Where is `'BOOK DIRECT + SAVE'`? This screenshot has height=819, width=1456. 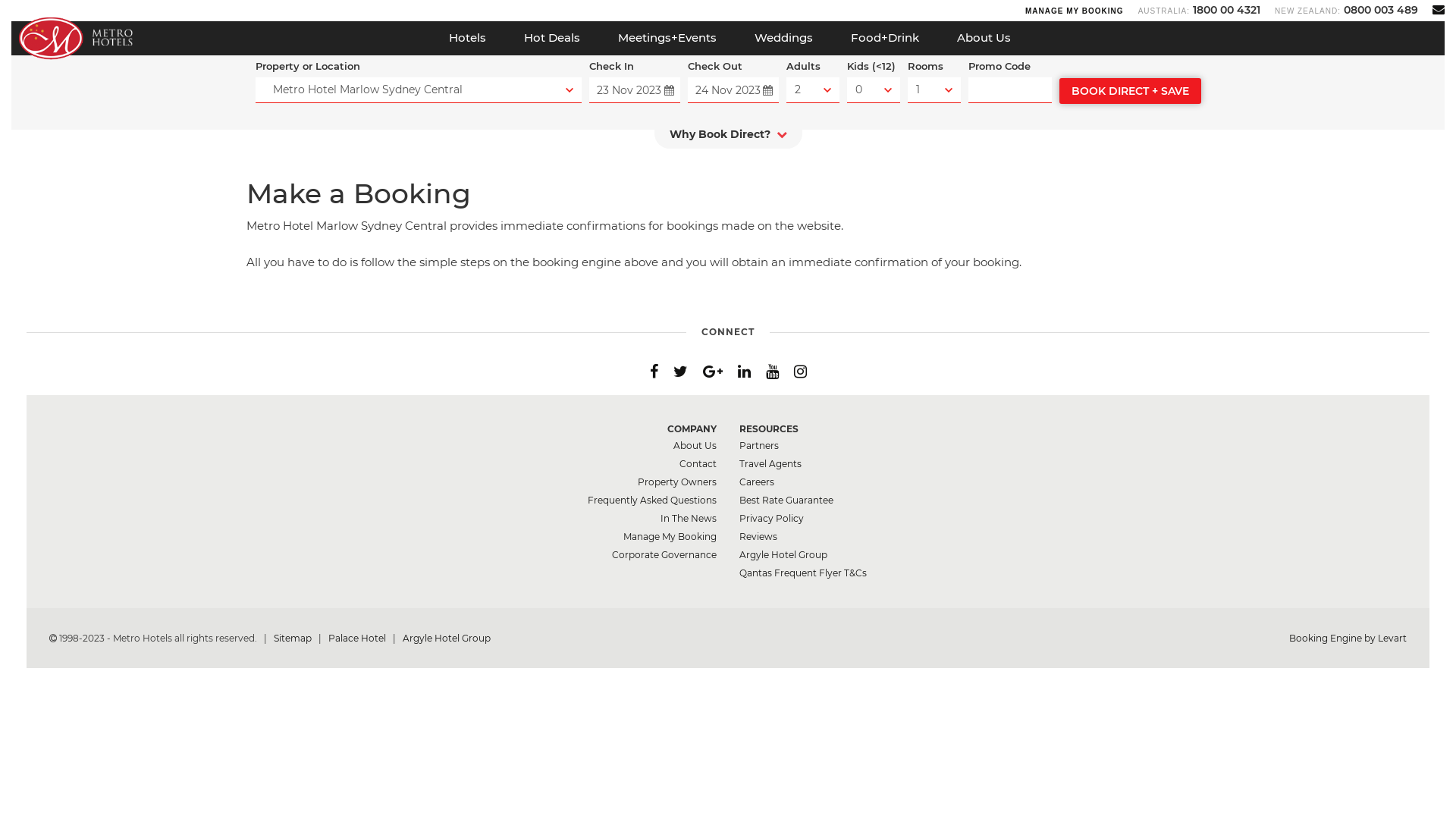 'BOOK DIRECT + SAVE' is located at coordinates (1058, 90).